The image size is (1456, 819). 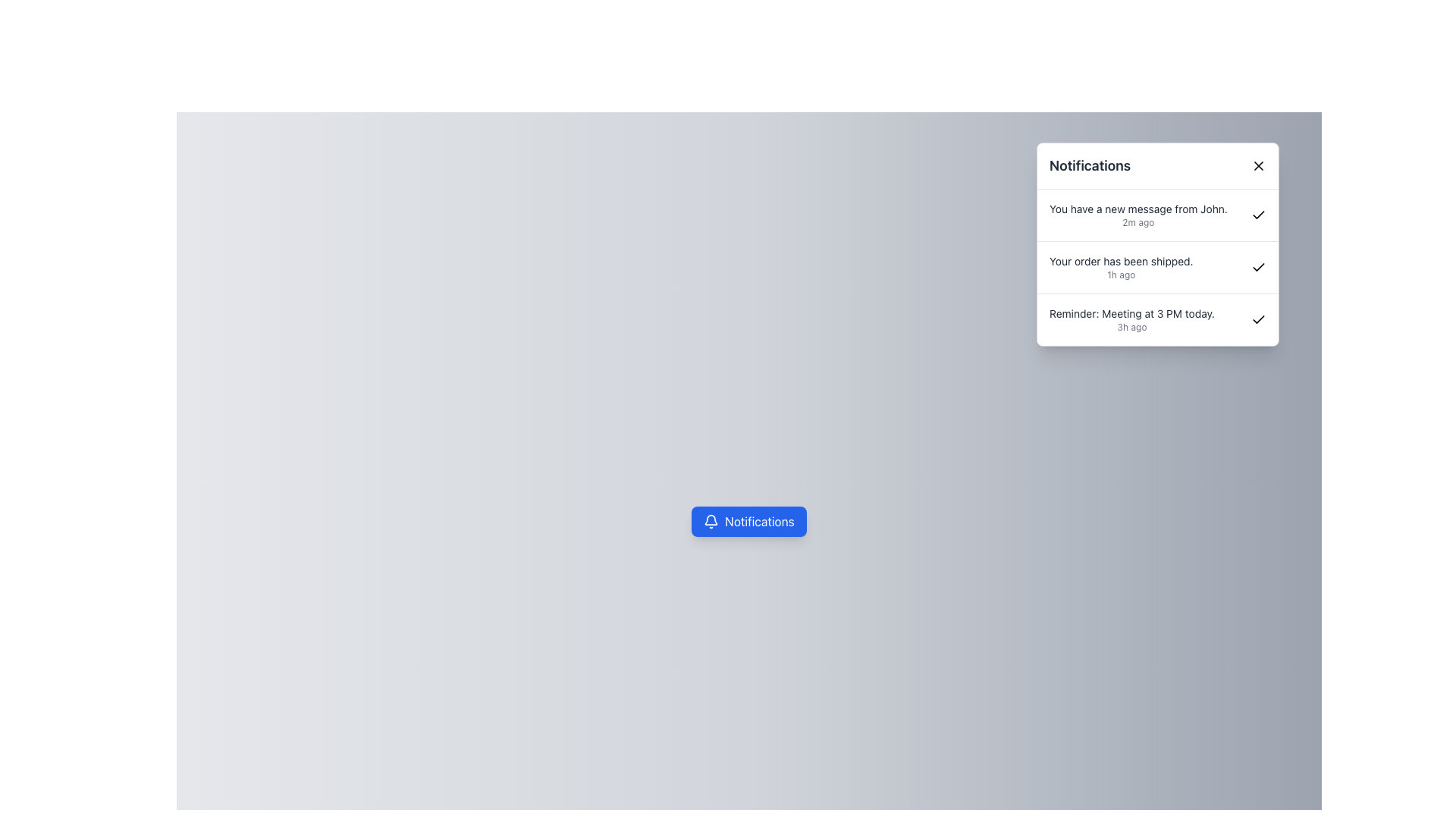 I want to click on the static text field that reads 'Your order has been shipped.' located at the top of the notification block in the top-right corner of the interface, so click(x=1121, y=260).